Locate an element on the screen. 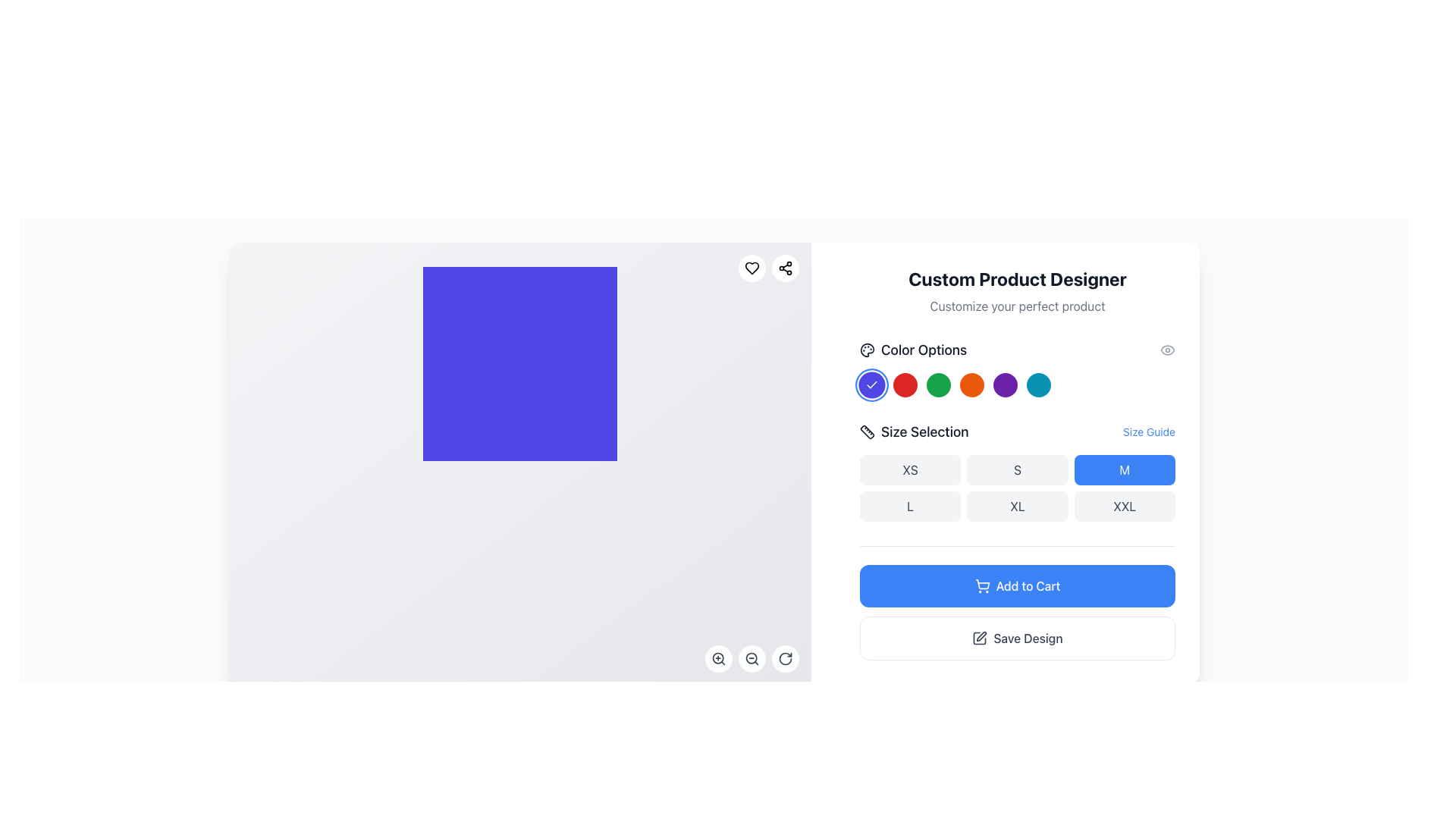  the 'Size Guide' link, which is a blue, underlined text element located to the right of the 'Size Selection' label is located at coordinates (1149, 432).